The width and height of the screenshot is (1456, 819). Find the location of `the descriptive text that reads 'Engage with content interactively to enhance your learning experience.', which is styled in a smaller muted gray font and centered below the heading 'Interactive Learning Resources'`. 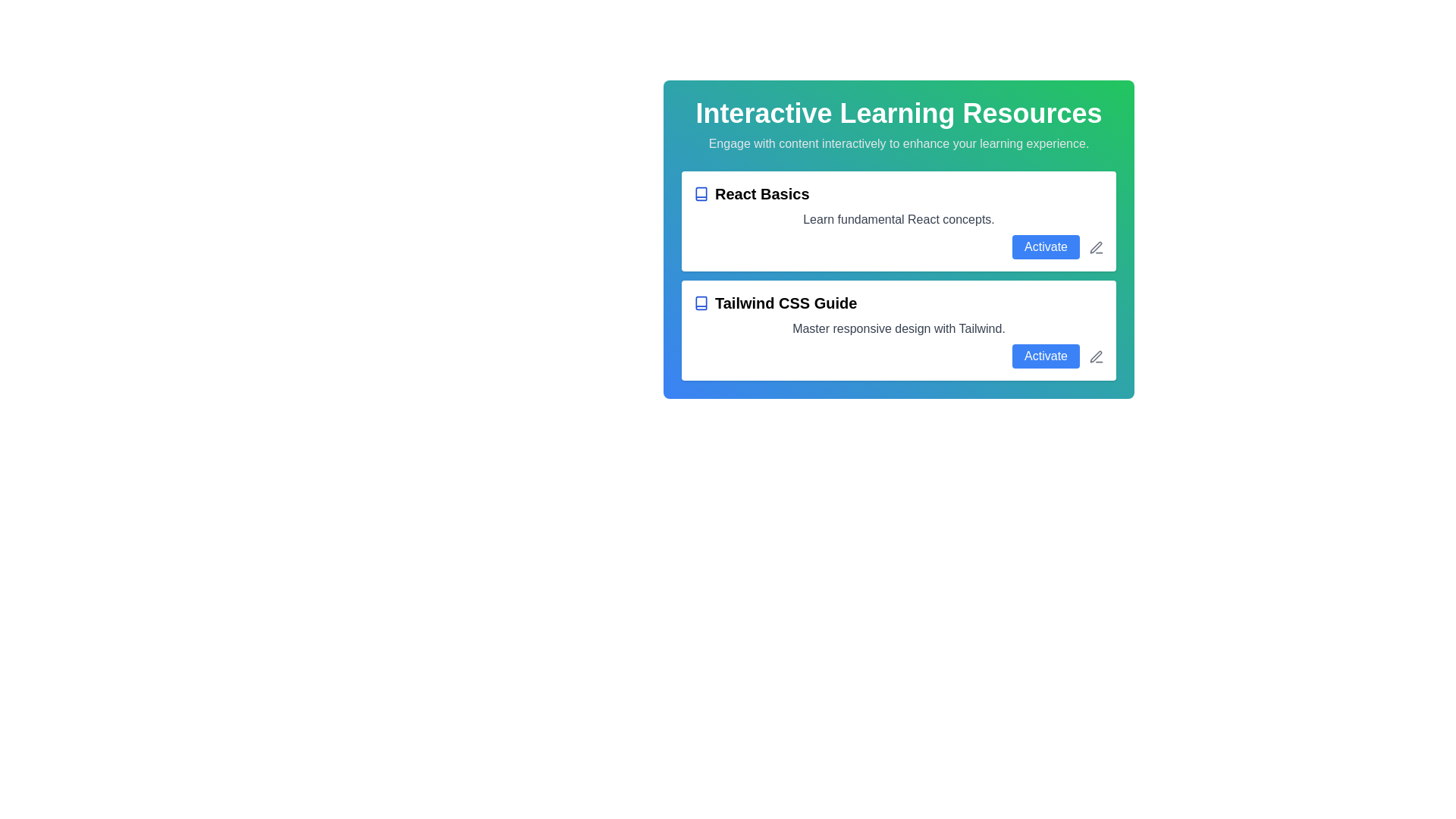

the descriptive text that reads 'Engage with content interactively to enhance your learning experience.', which is styled in a smaller muted gray font and centered below the heading 'Interactive Learning Resources' is located at coordinates (899, 143).